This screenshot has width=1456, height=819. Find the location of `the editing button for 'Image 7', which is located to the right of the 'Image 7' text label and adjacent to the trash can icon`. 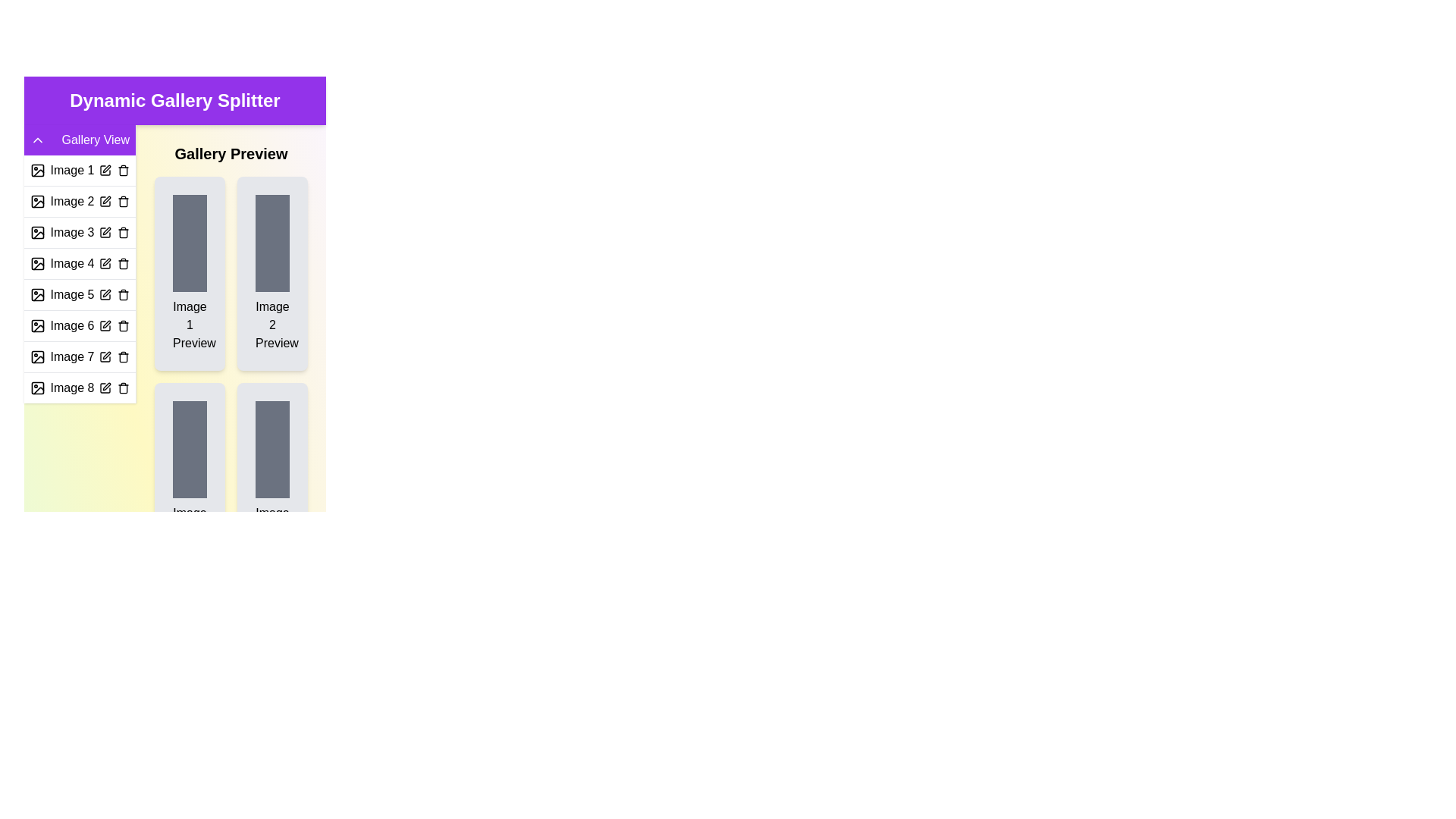

the editing button for 'Image 7', which is located to the right of the 'Image 7' text label and adjacent to the trash can icon is located at coordinates (105, 356).